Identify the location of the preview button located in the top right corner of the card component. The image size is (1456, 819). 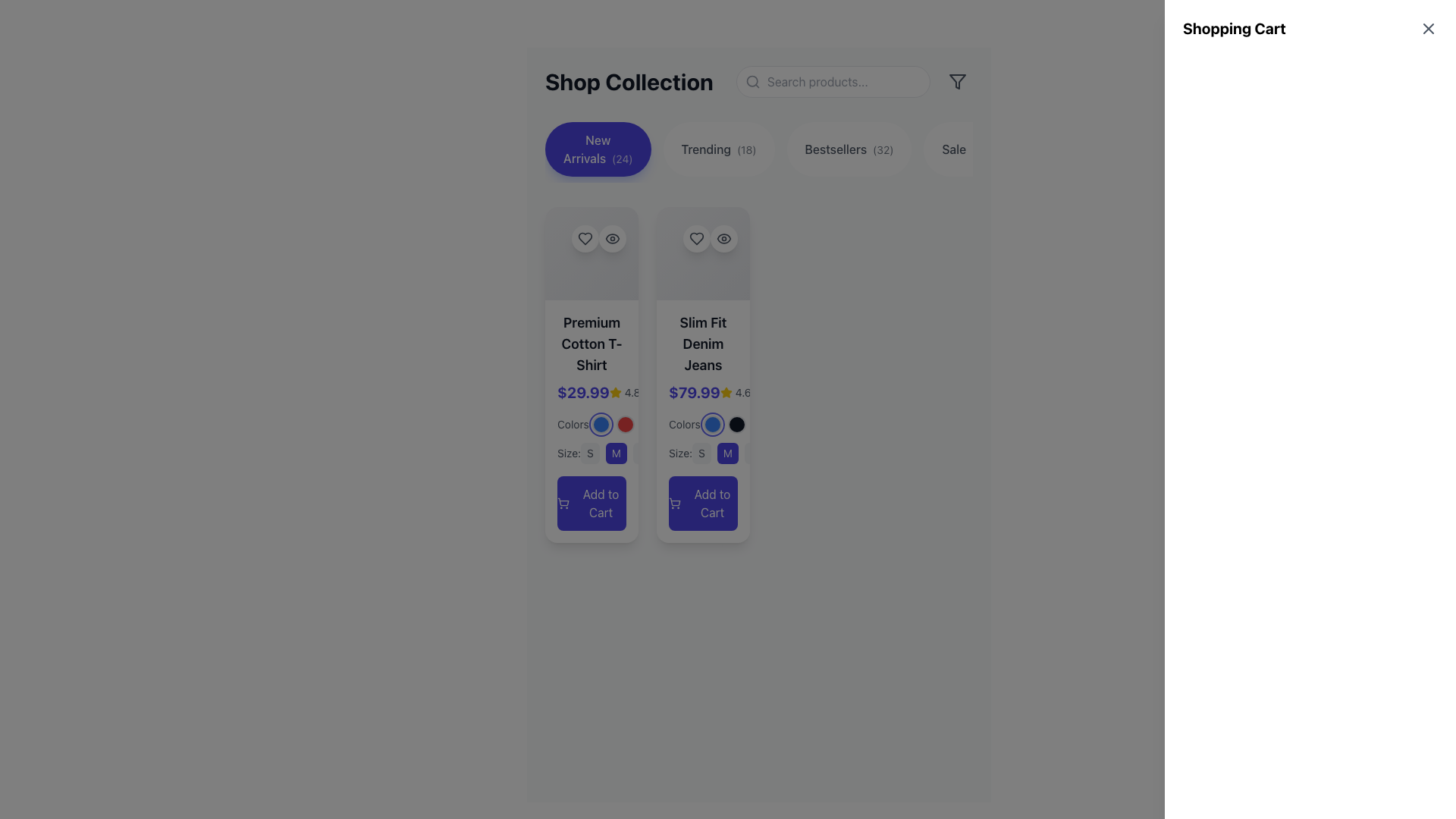
(612, 239).